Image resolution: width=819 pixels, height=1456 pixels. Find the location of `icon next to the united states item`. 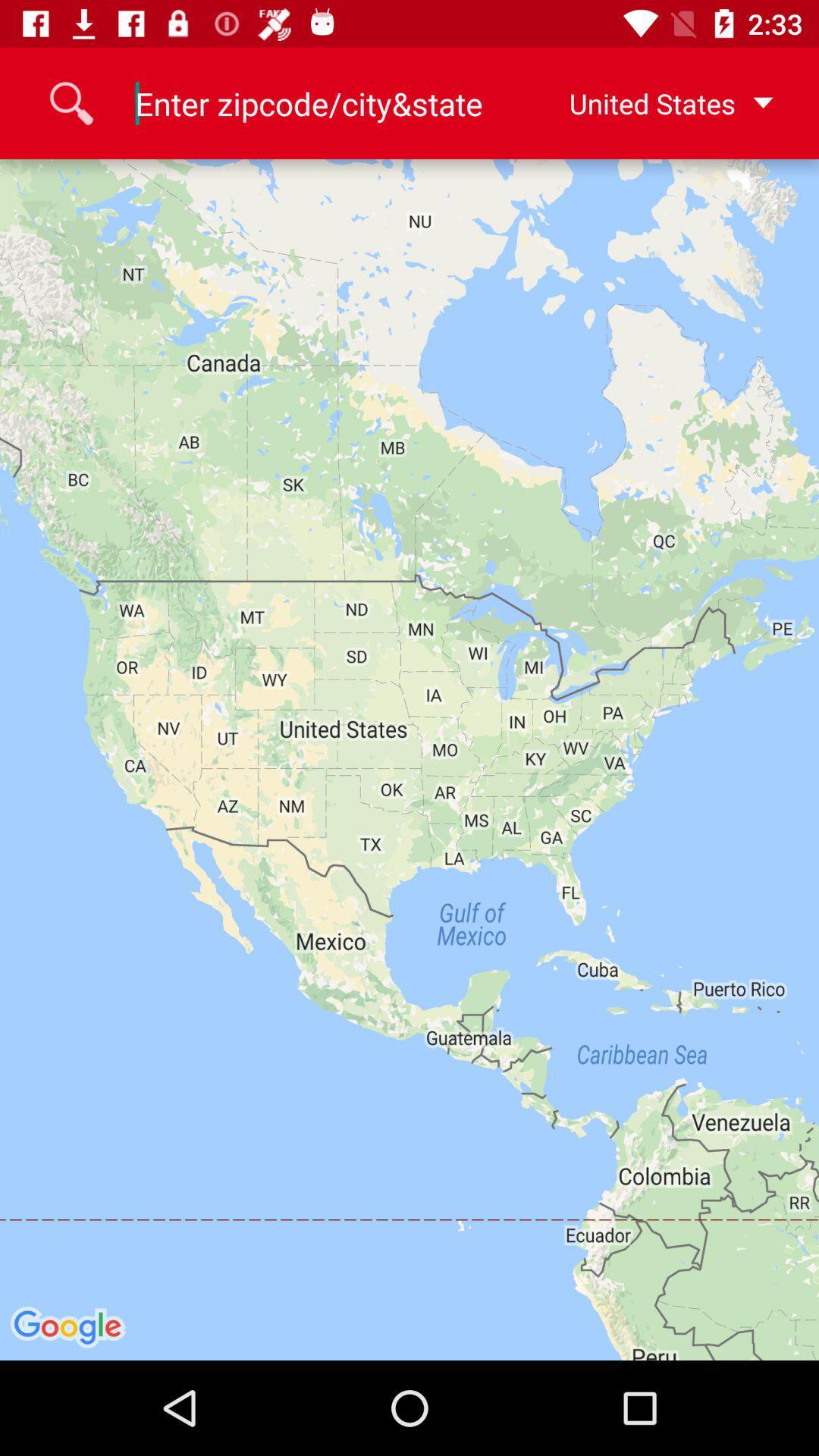

icon next to the united states item is located at coordinates (309, 102).